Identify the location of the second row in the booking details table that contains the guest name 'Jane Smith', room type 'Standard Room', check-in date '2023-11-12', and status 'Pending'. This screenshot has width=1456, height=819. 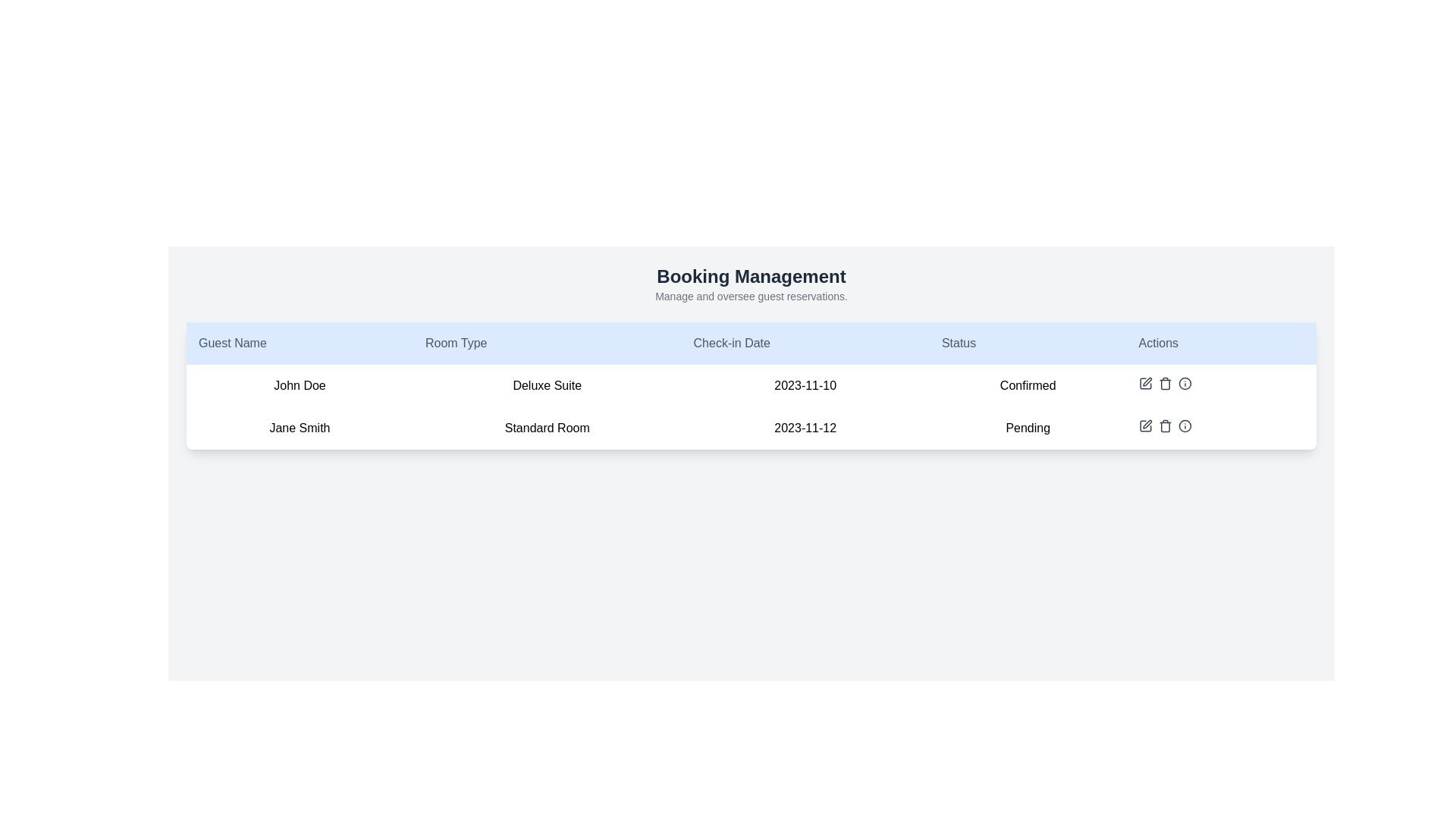
(751, 428).